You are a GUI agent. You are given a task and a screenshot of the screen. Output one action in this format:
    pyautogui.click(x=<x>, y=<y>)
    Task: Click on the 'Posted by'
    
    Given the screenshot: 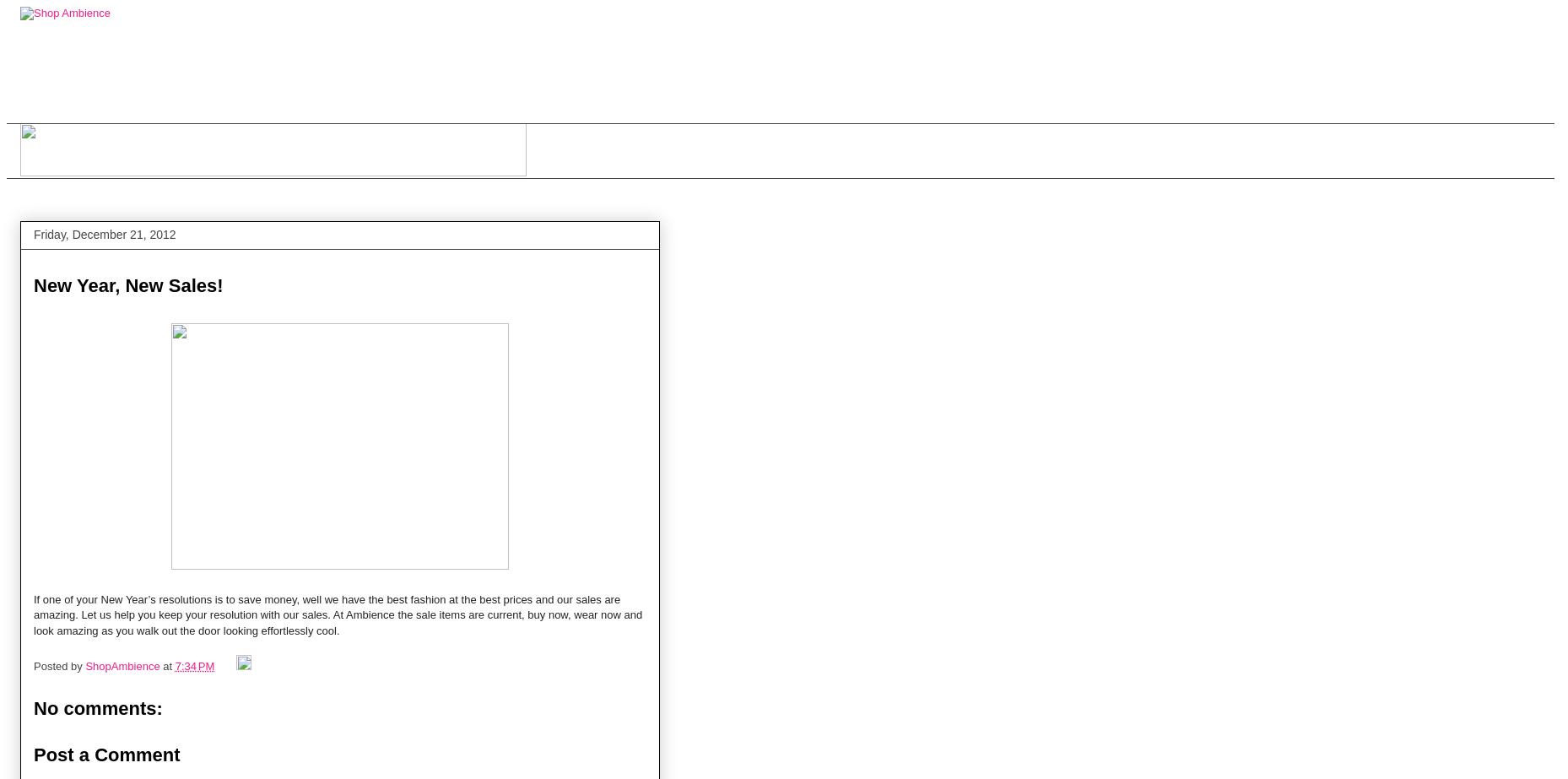 What is the action you would take?
    pyautogui.click(x=58, y=665)
    